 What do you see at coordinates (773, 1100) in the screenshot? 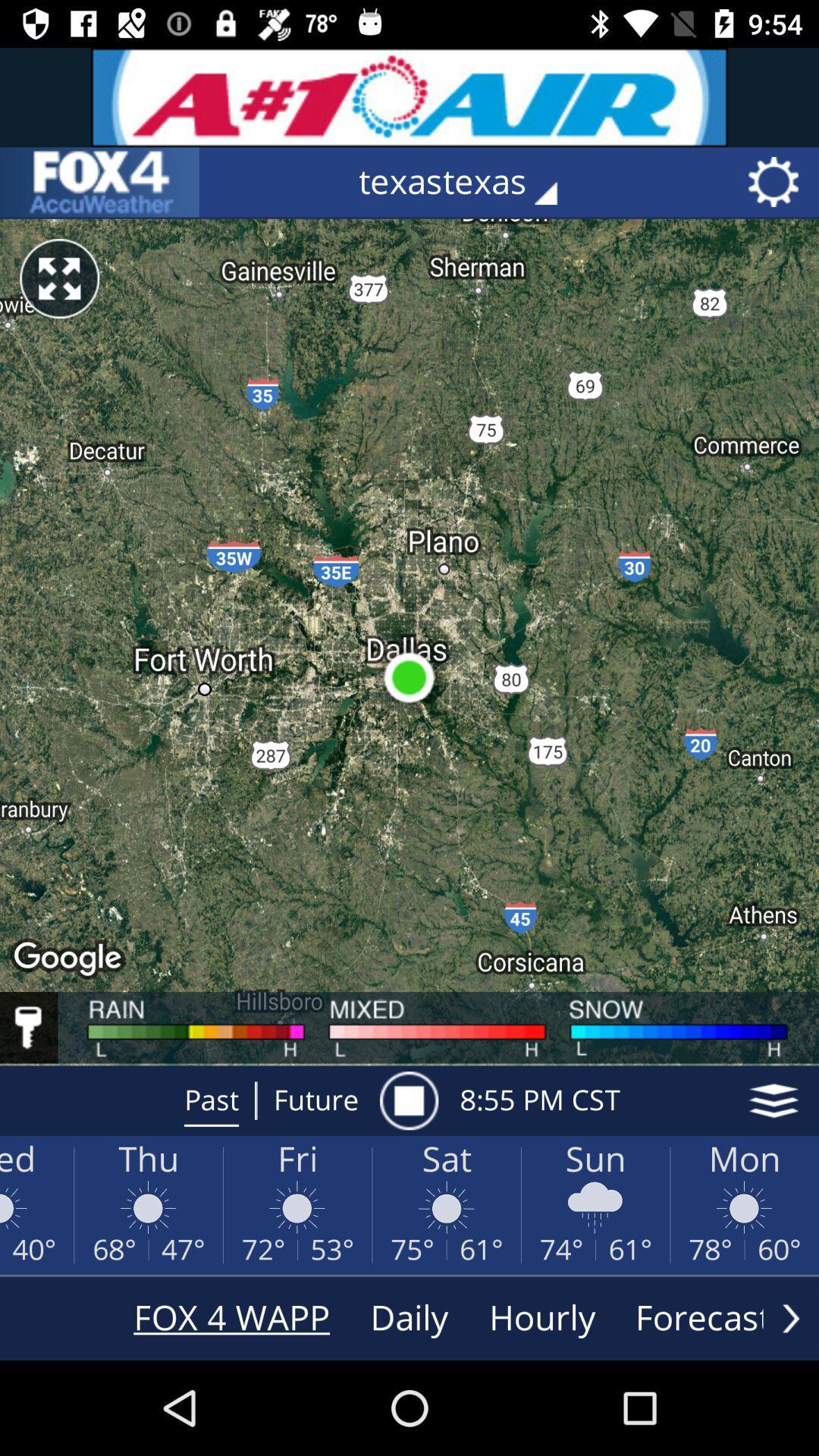
I see `the layers icon` at bounding box center [773, 1100].